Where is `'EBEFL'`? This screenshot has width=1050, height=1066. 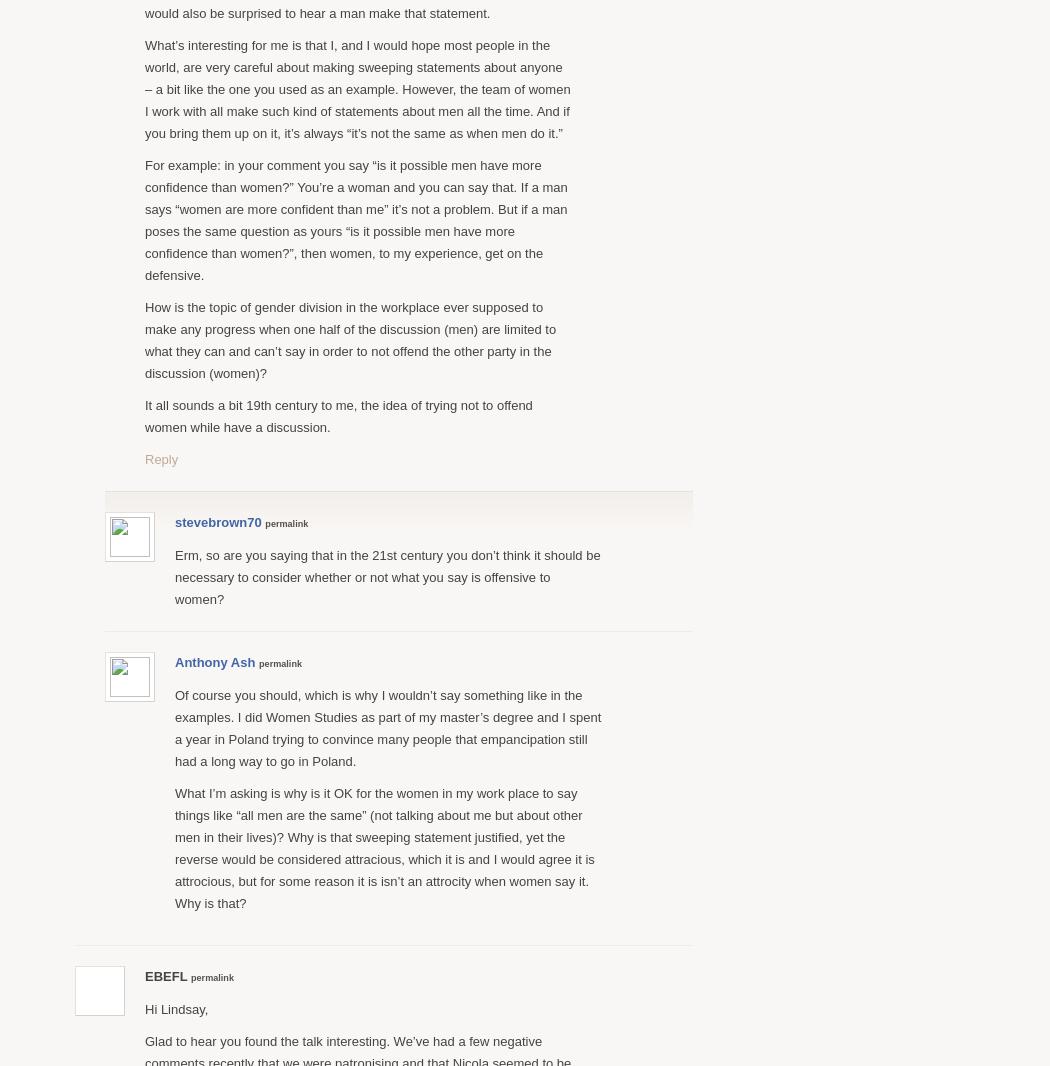
'EBEFL' is located at coordinates (168, 975).